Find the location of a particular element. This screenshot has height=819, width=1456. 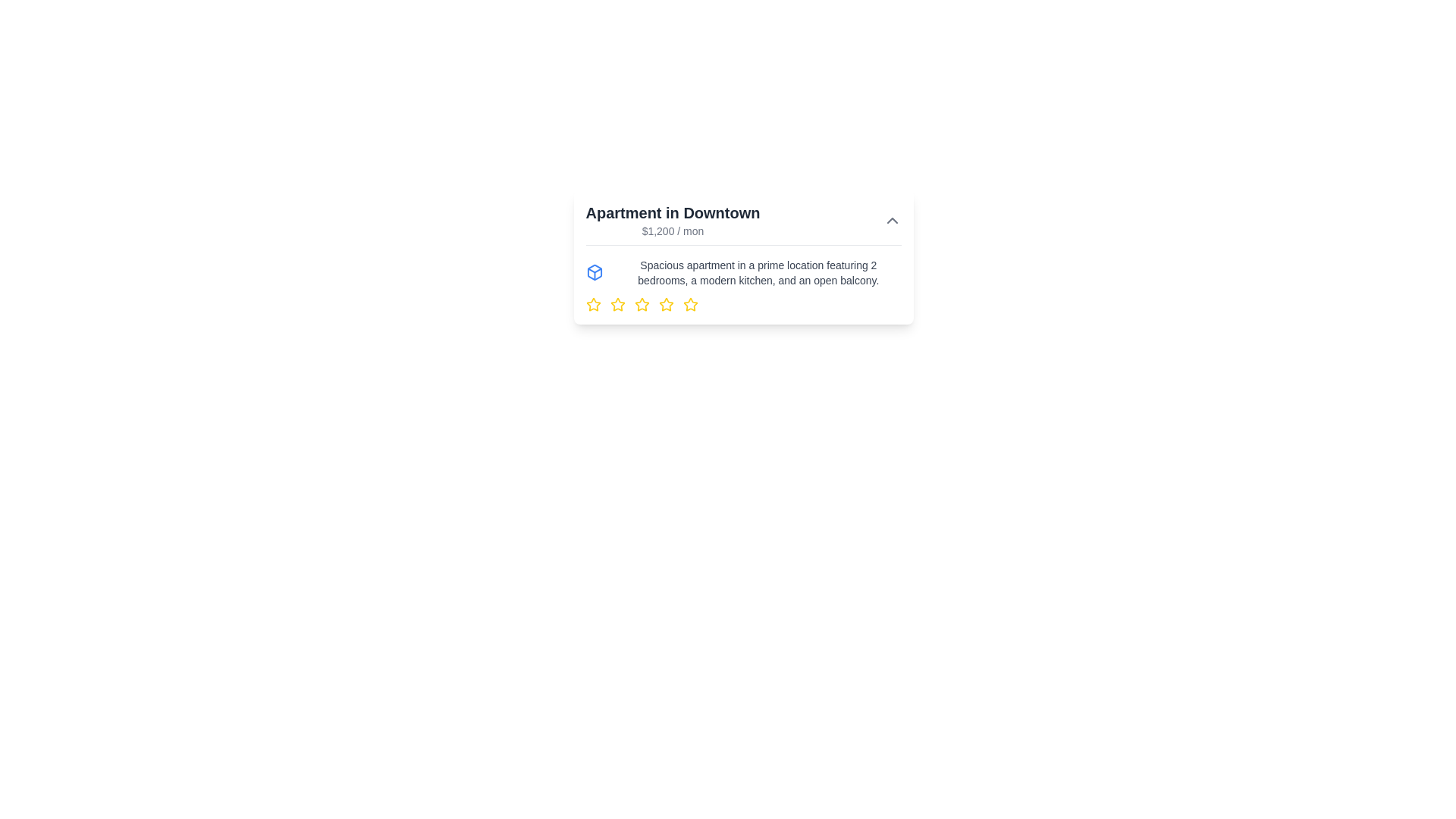

the second star icon from the left in the rating system is located at coordinates (642, 304).